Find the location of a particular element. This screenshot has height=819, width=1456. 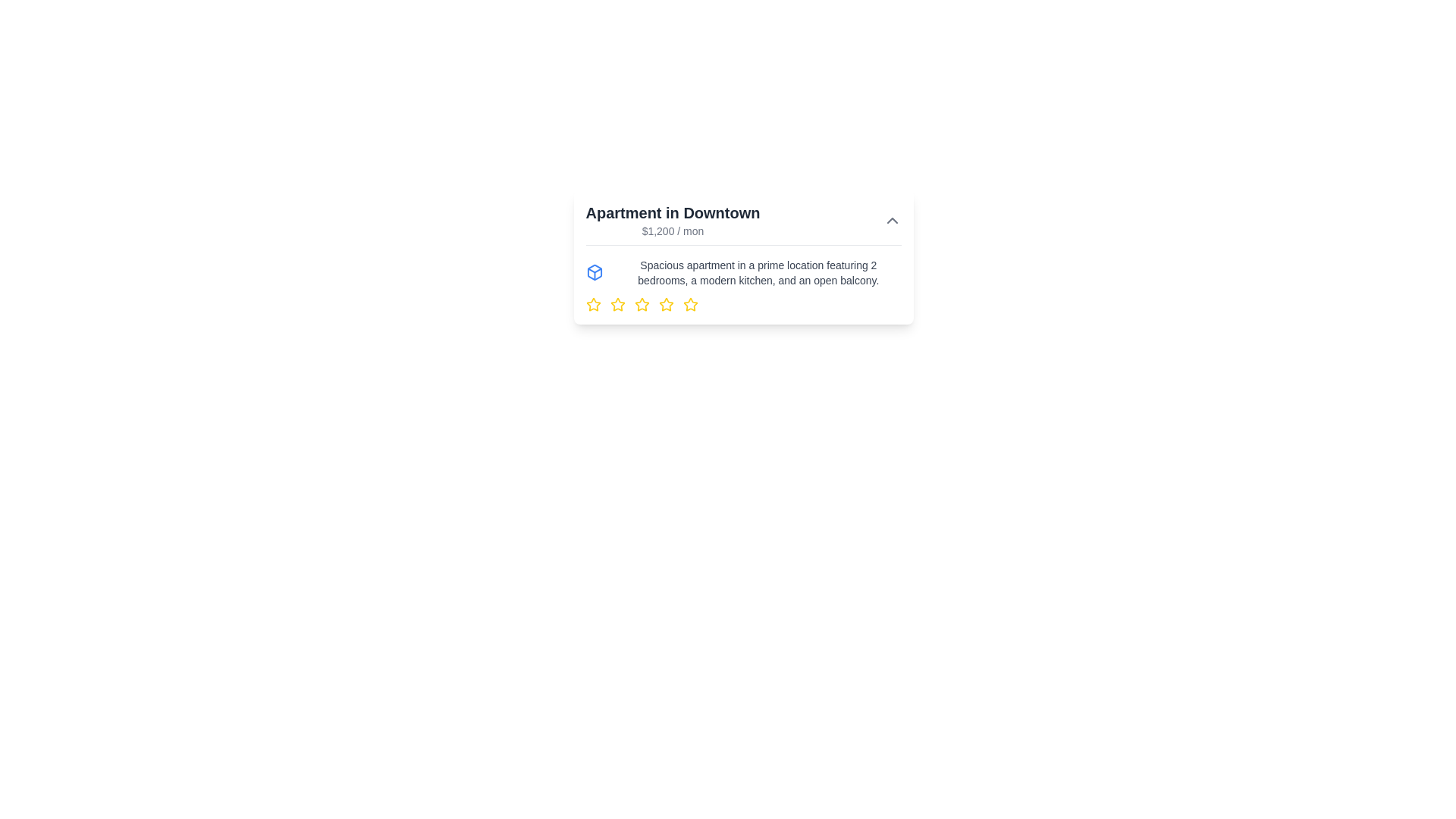

the second star icon from the left in the rating system is located at coordinates (642, 304).